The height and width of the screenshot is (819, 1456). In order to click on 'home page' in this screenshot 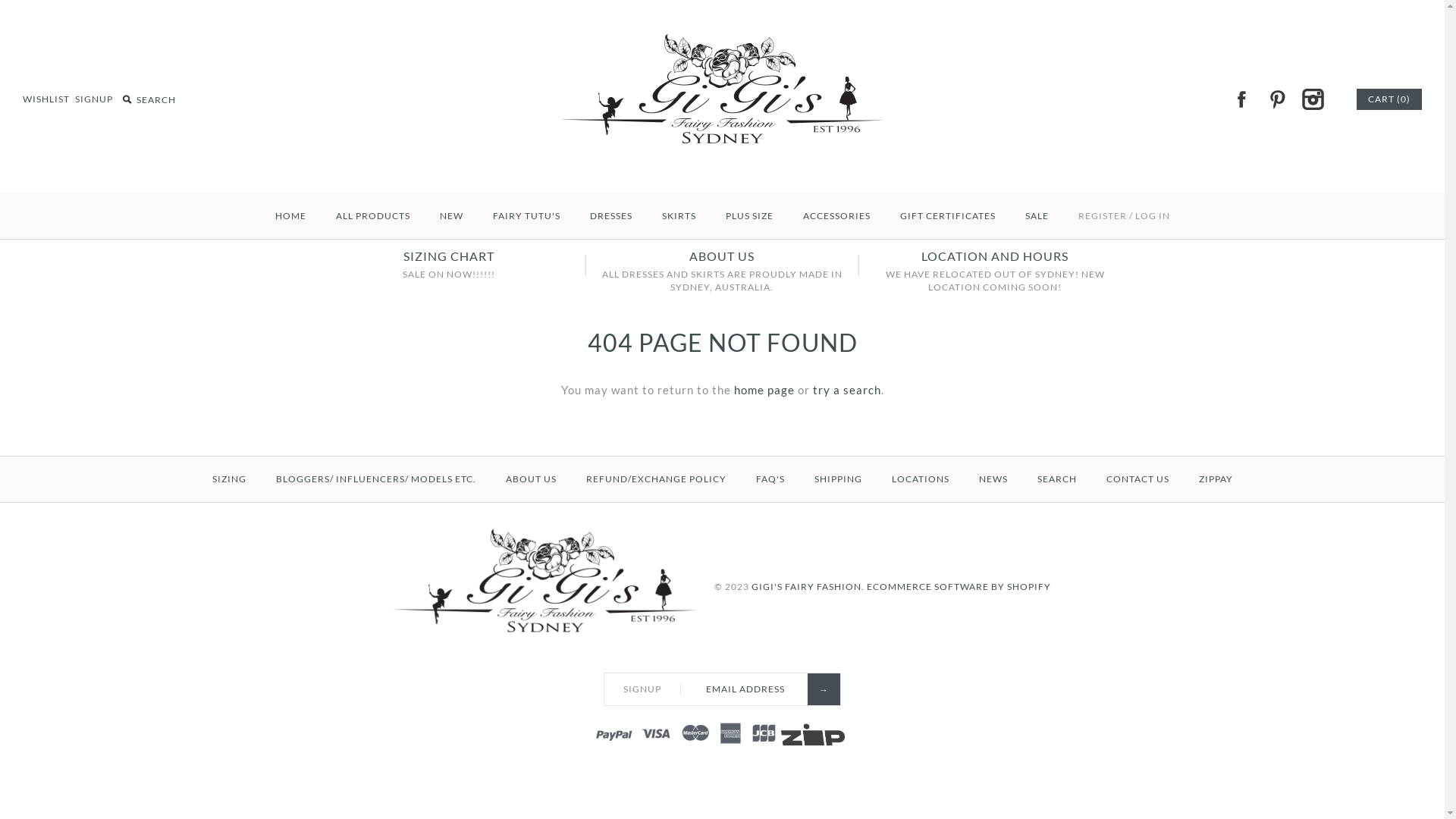, I will do `click(764, 388)`.